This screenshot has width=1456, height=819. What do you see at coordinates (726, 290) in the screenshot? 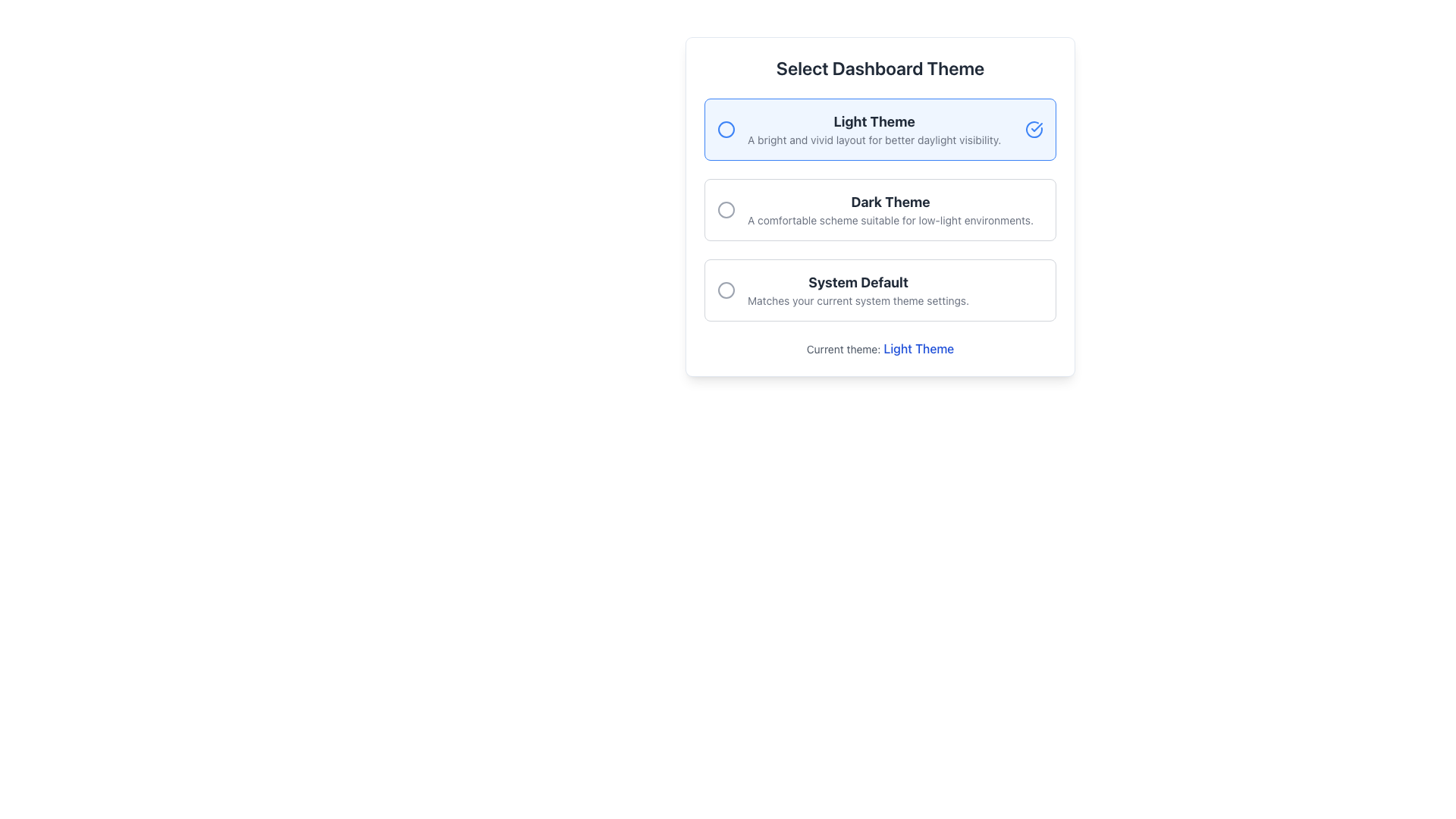
I see `the gray circular outline radio button icon positioned beside the 'System Default' text in the third option of the 'Select Dashboard Theme' interface` at bounding box center [726, 290].